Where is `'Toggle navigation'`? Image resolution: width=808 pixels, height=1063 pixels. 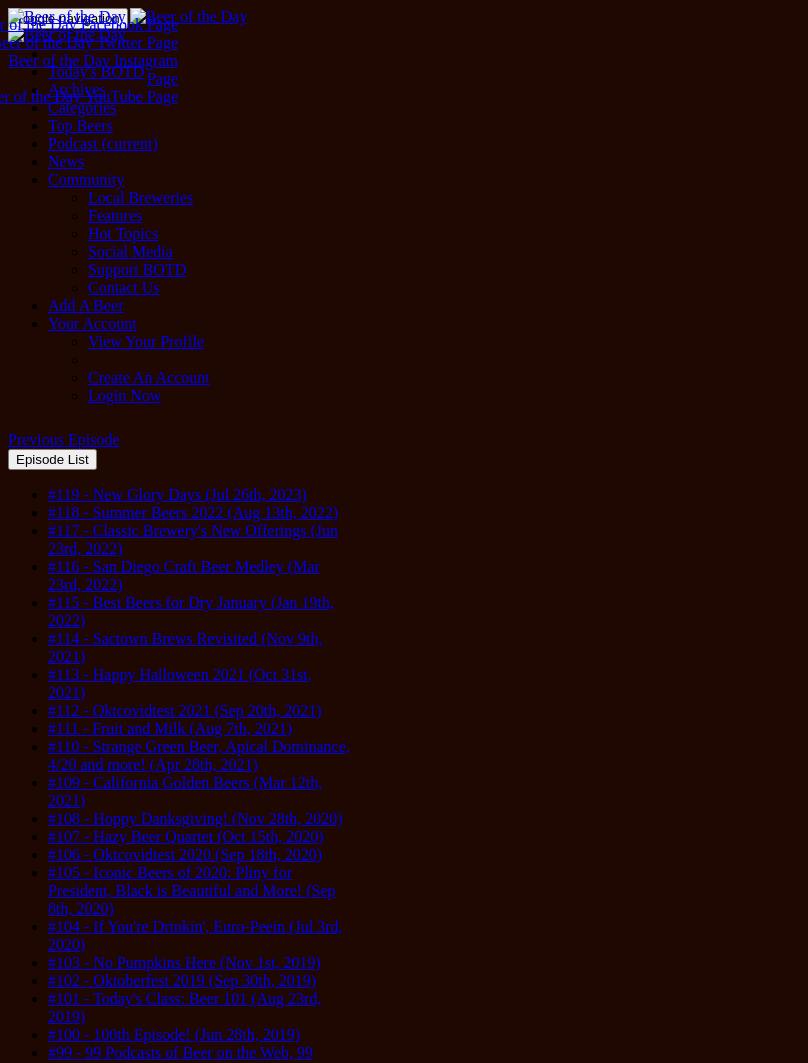
'Toggle navigation' is located at coordinates (15, 18).